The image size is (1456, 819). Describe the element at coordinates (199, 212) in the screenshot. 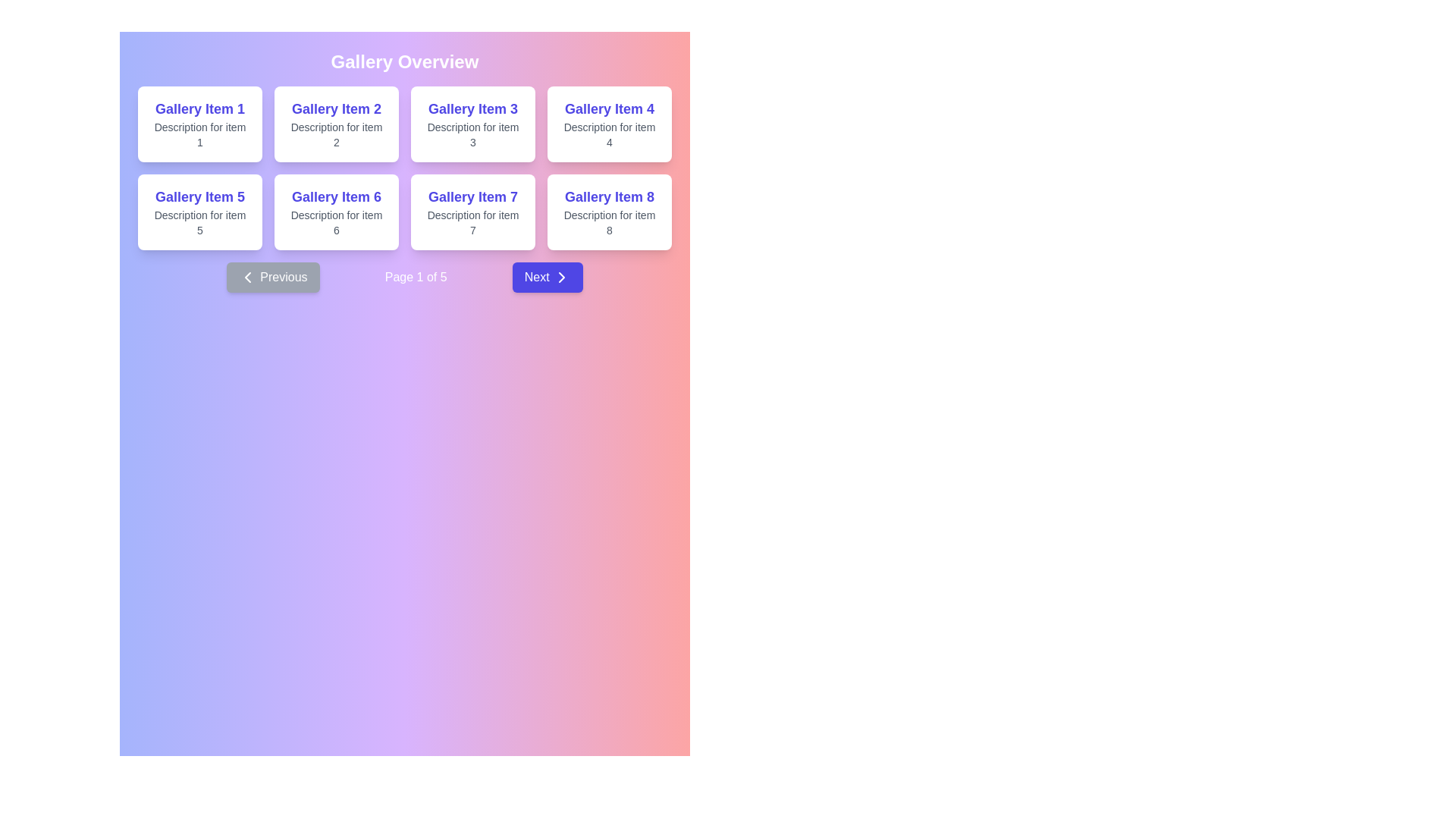

I see `the card component labeled 'Gallery Item 5' which features a white background, rounded corners, and contains bold blue text at the top and gray text below` at that location.